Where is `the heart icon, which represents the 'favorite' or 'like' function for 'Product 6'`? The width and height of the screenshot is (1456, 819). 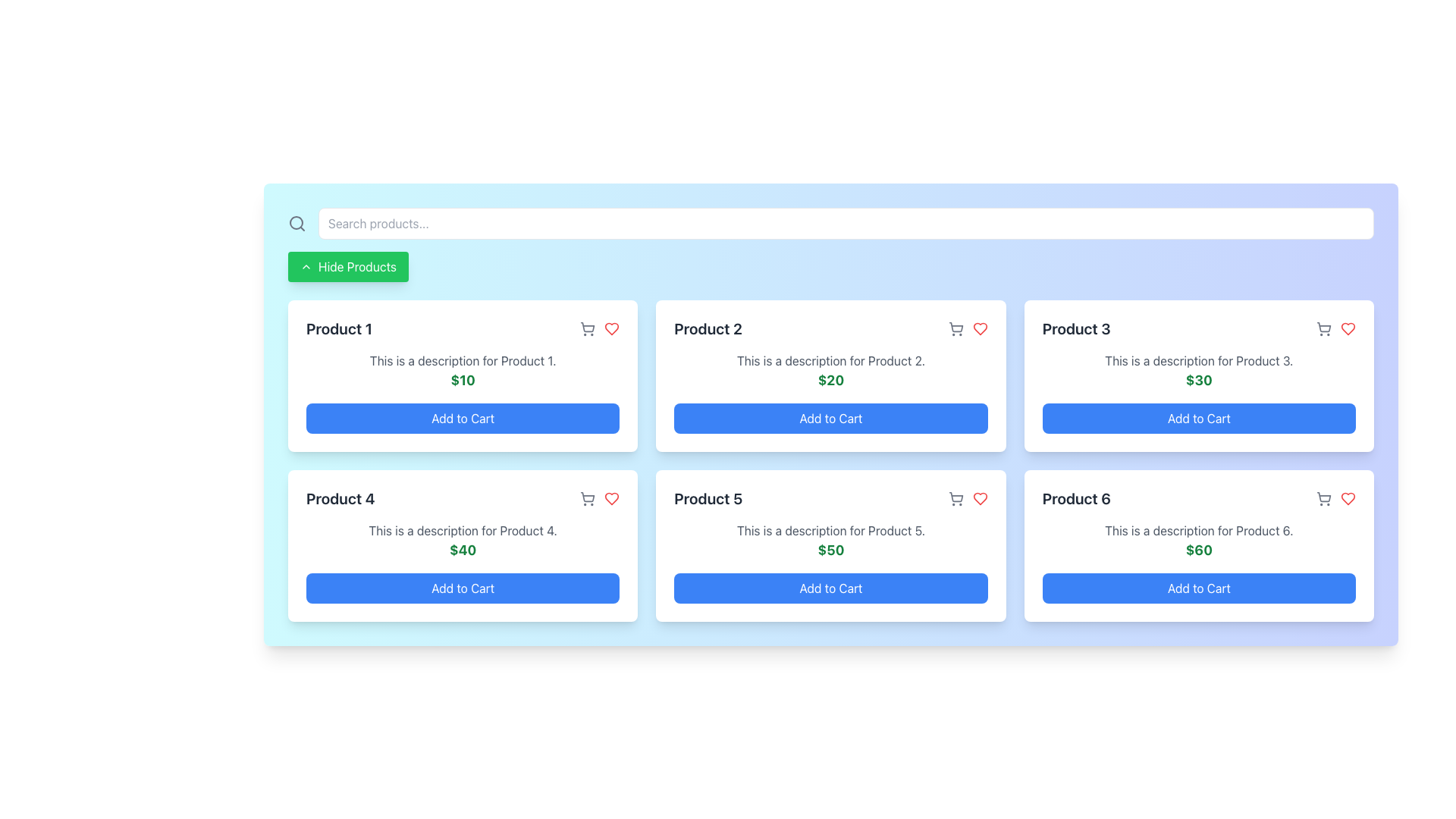
the heart icon, which represents the 'favorite' or 'like' function for 'Product 6' is located at coordinates (1348, 499).